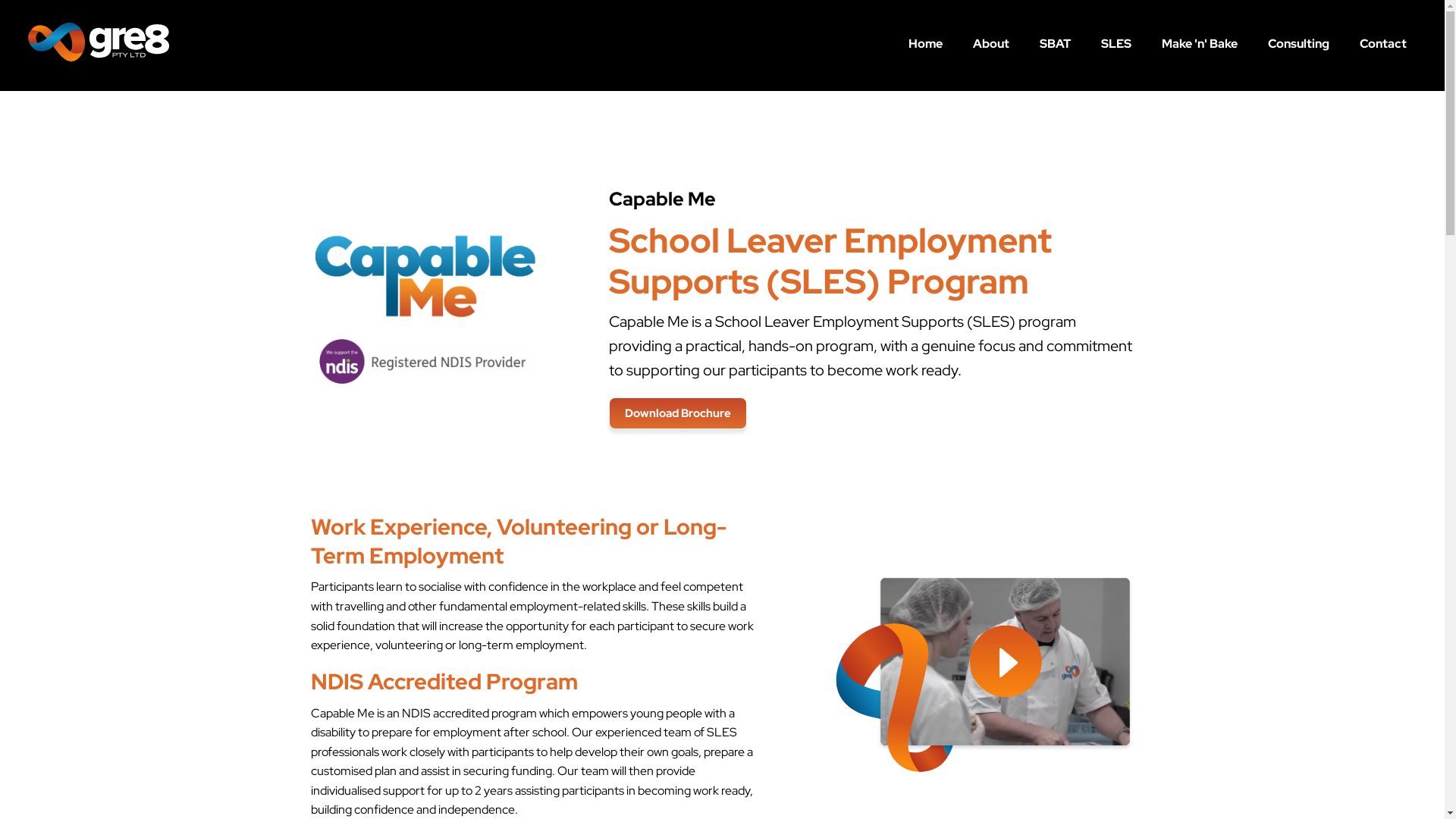 The image size is (1456, 819). What do you see at coordinates (1116, 42) in the screenshot?
I see `'SLES'` at bounding box center [1116, 42].